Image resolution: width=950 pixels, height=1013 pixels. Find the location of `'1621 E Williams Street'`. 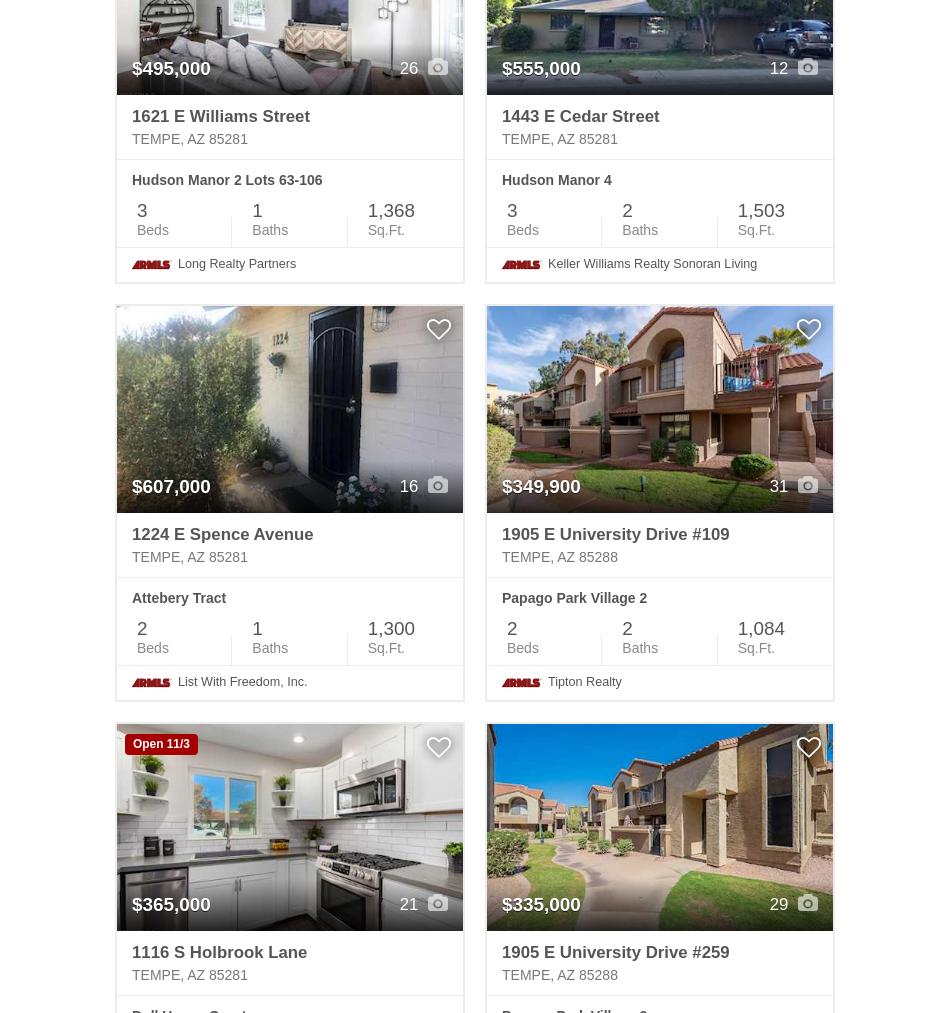

'1621 E Williams Street' is located at coordinates (220, 115).